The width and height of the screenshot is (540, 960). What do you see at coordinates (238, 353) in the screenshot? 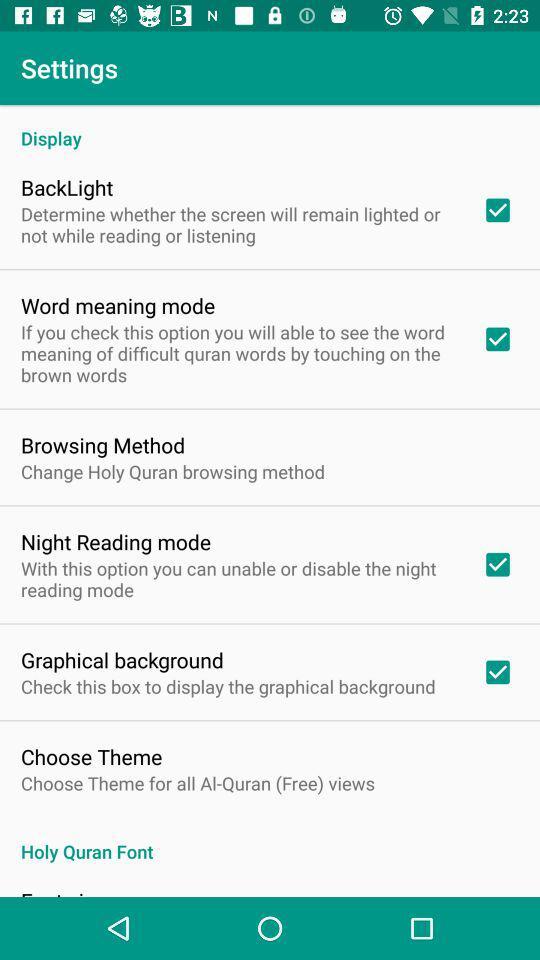
I see `item below the word meaning mode icon` at bounding box center [238, 353].